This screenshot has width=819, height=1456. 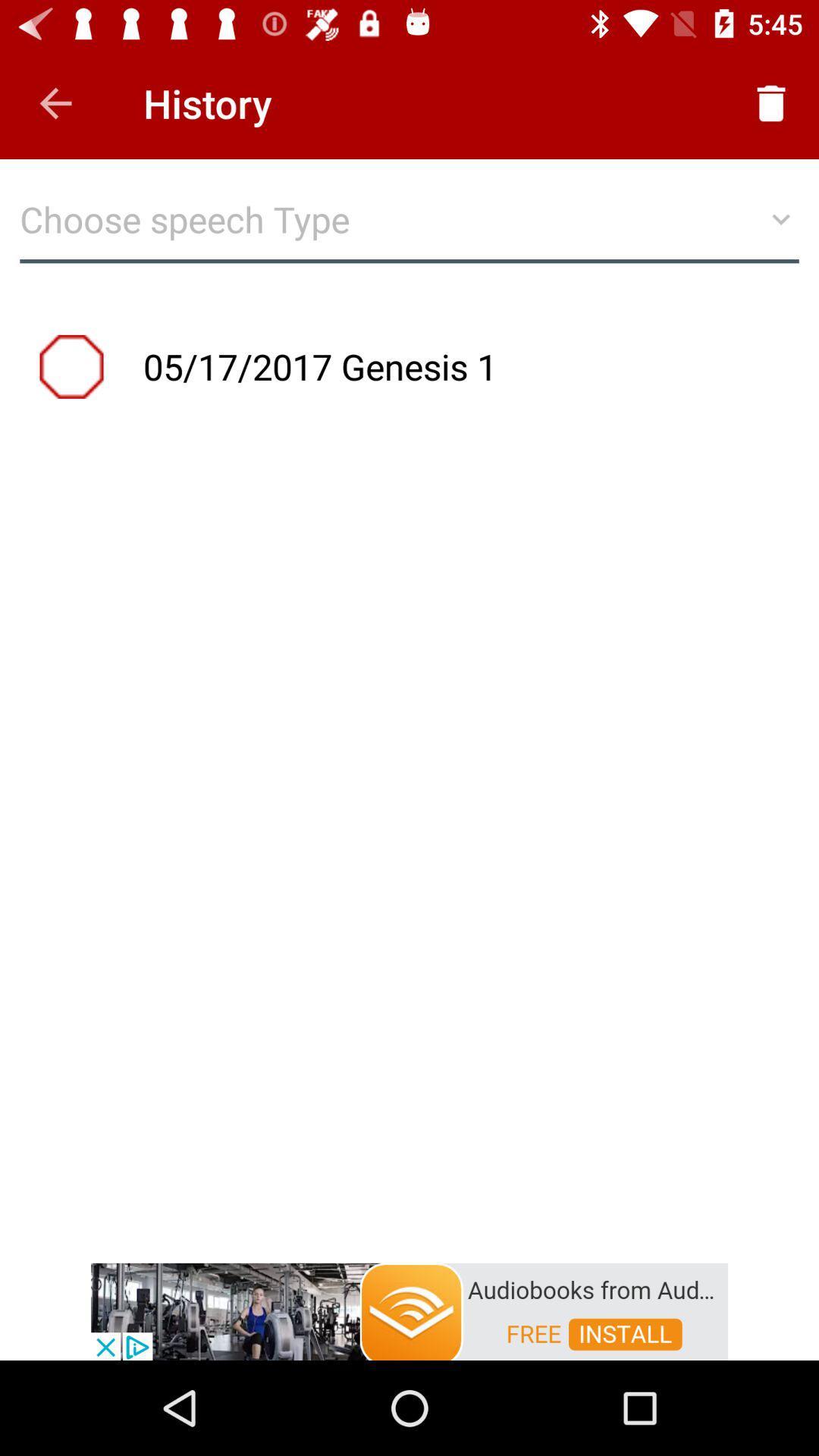 What do you see at coordinates (409, 1310) in the screenshot?
I see `advertising` at bounding box center [409, 1310].